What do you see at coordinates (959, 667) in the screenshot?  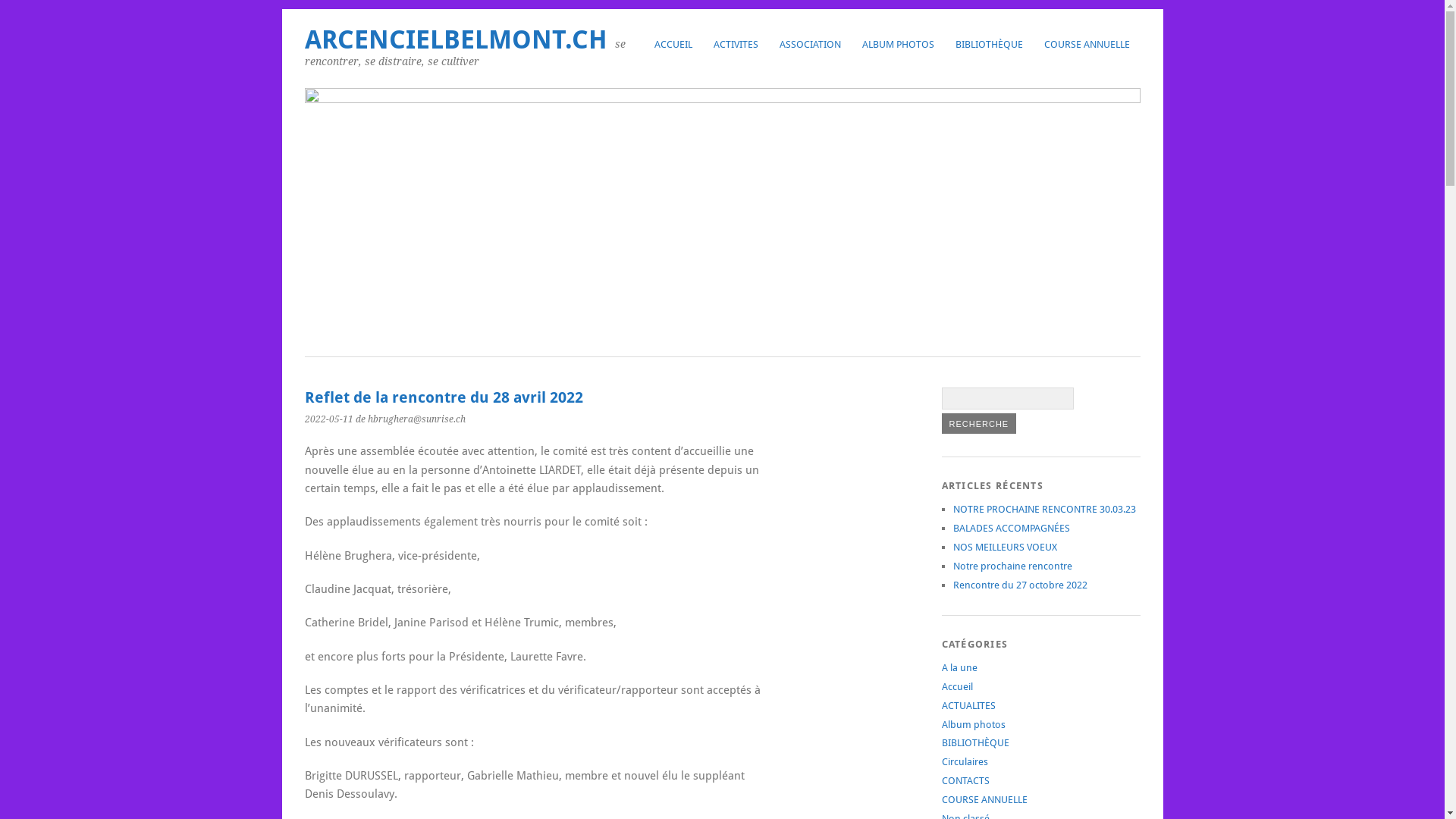 I see `'A la une'` at bounding box center [959, 667].